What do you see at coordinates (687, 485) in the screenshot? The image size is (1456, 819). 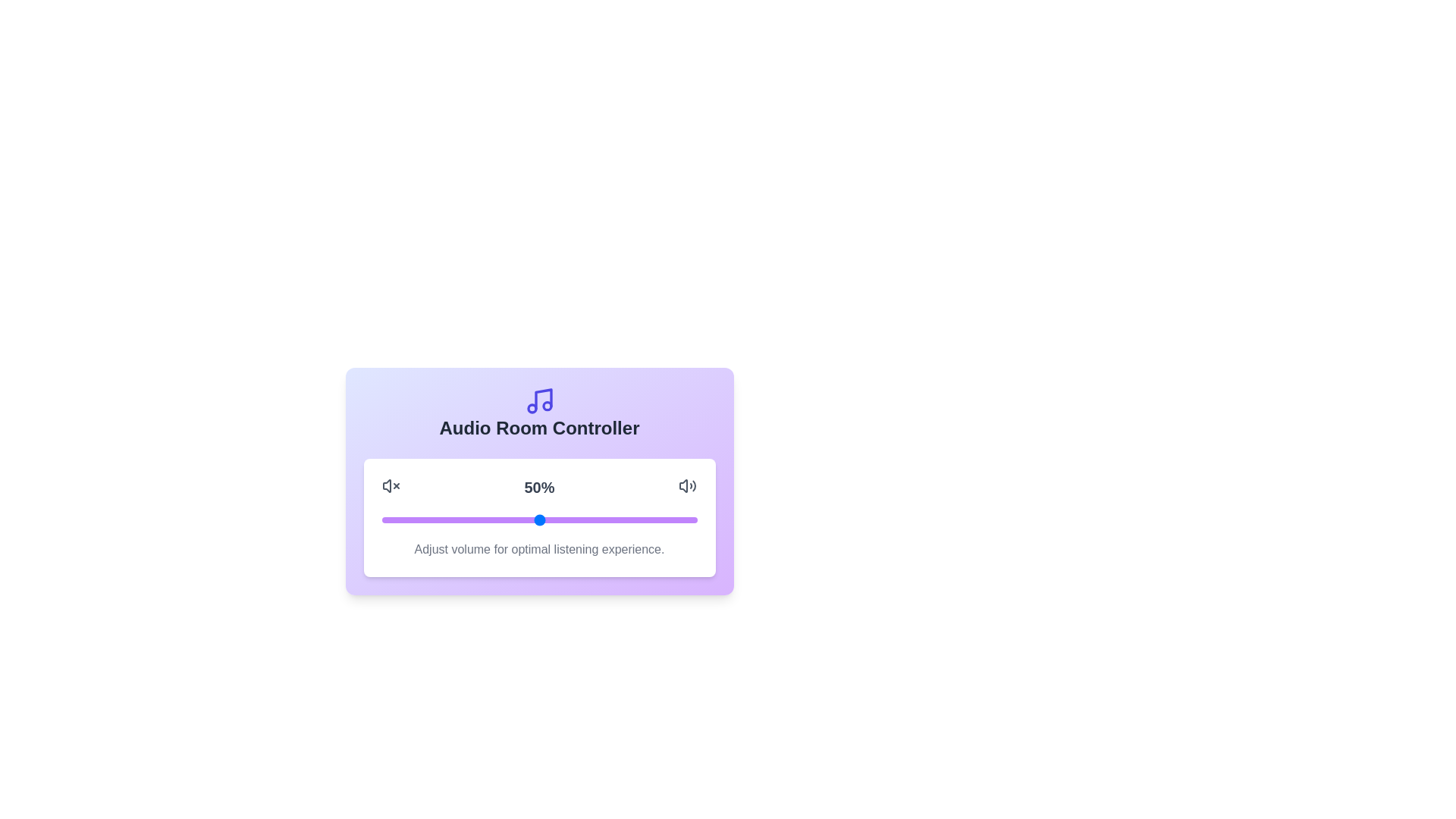 I see `the unmute icon to unmute the audio` at bounding box center [687, 485].